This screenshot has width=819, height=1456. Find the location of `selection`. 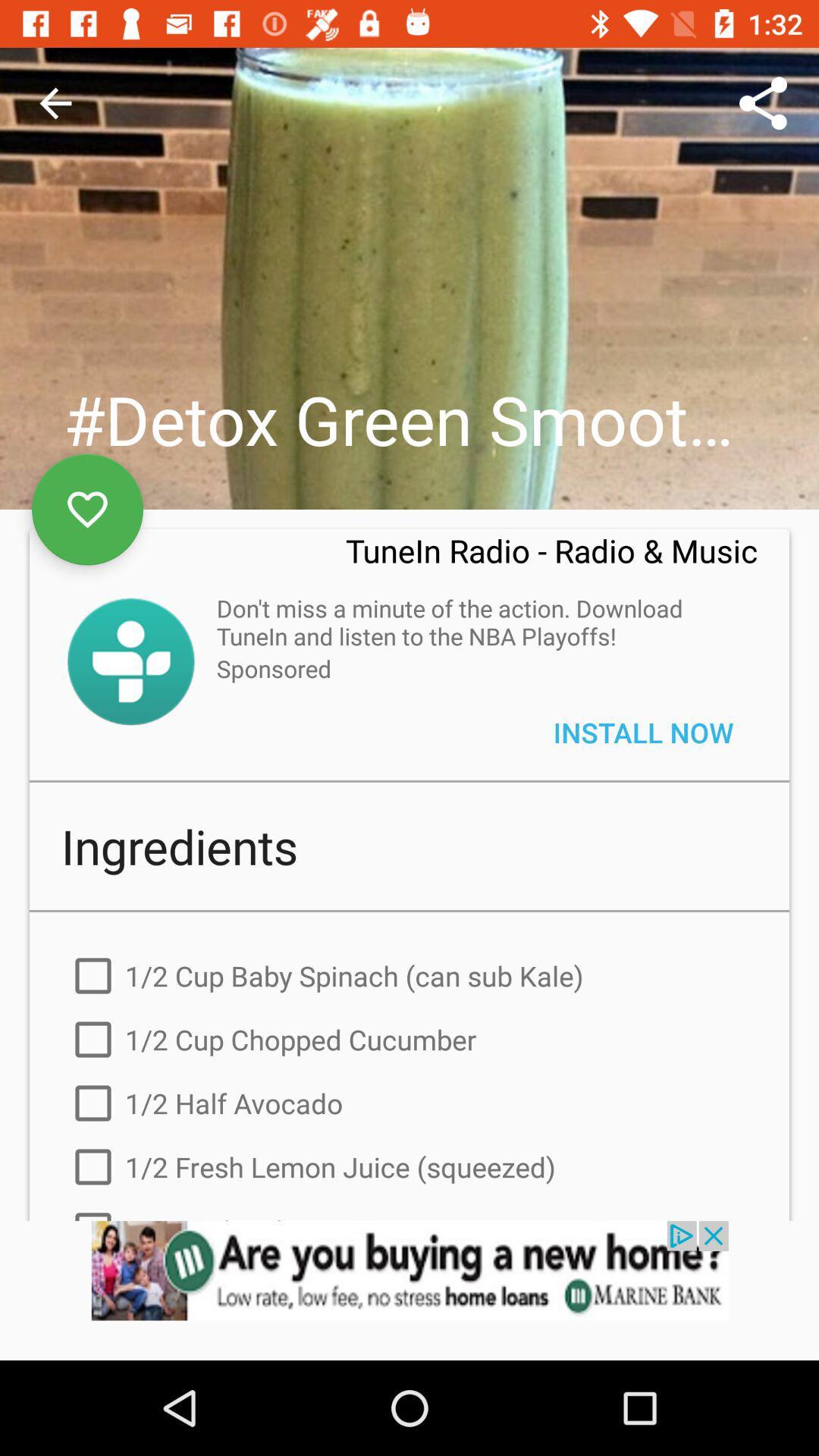

selection is located at coordinates (87, 510).